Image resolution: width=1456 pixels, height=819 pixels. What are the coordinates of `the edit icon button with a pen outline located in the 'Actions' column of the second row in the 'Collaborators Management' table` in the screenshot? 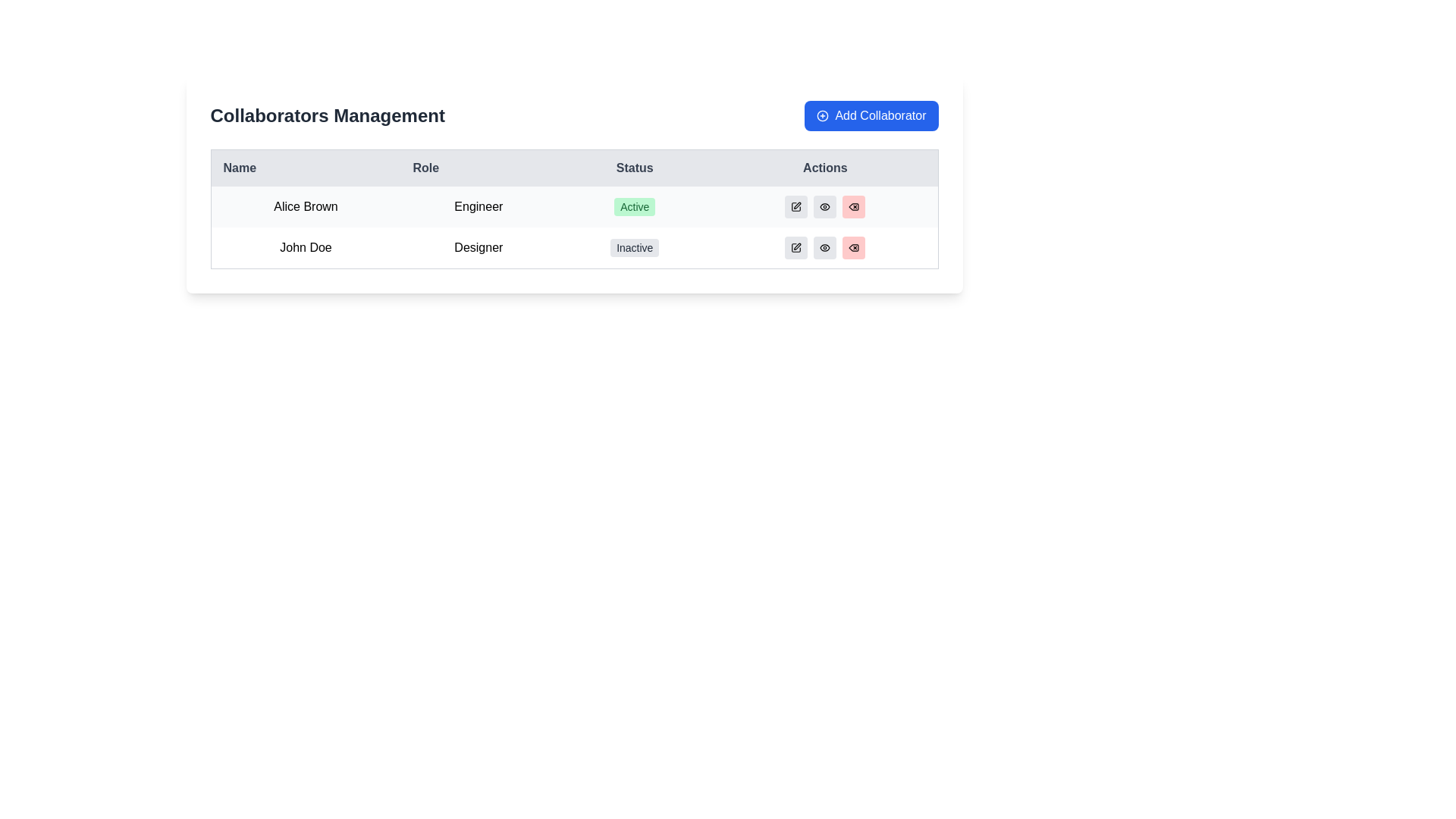 It's located at (795, 247).